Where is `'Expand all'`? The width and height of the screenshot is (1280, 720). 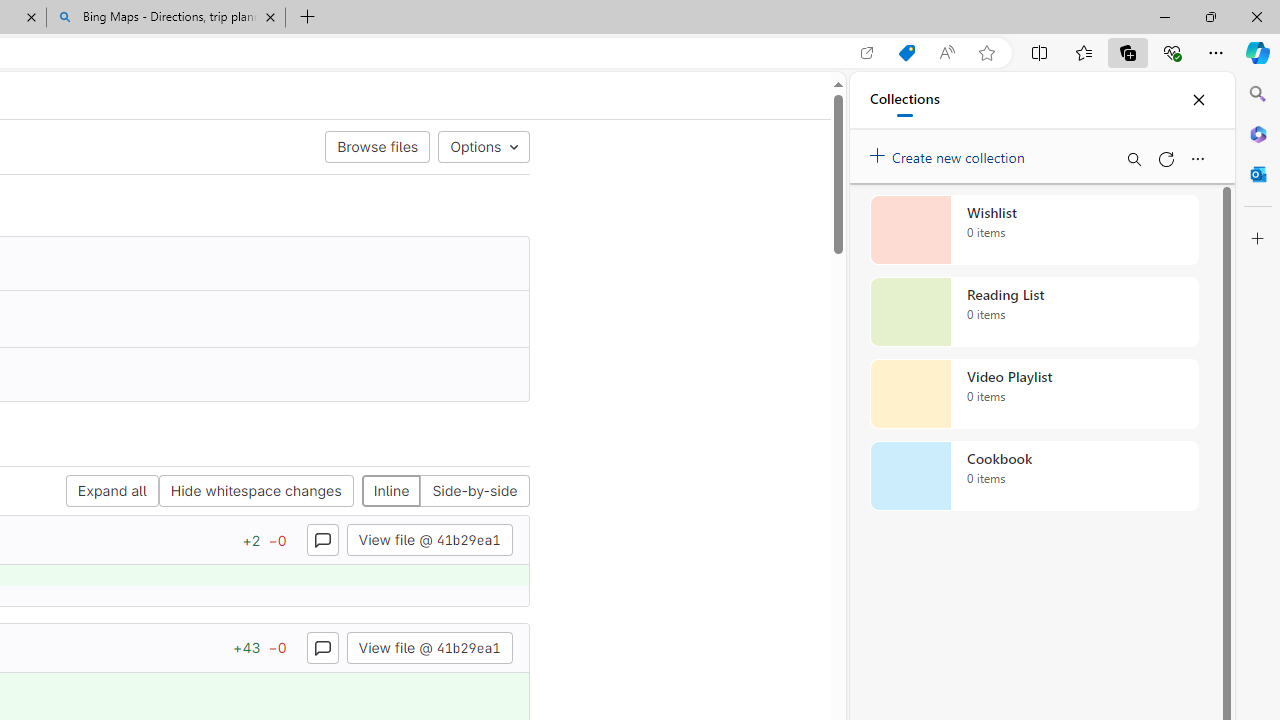 'Expand all' is located at coordinates (111, 491).